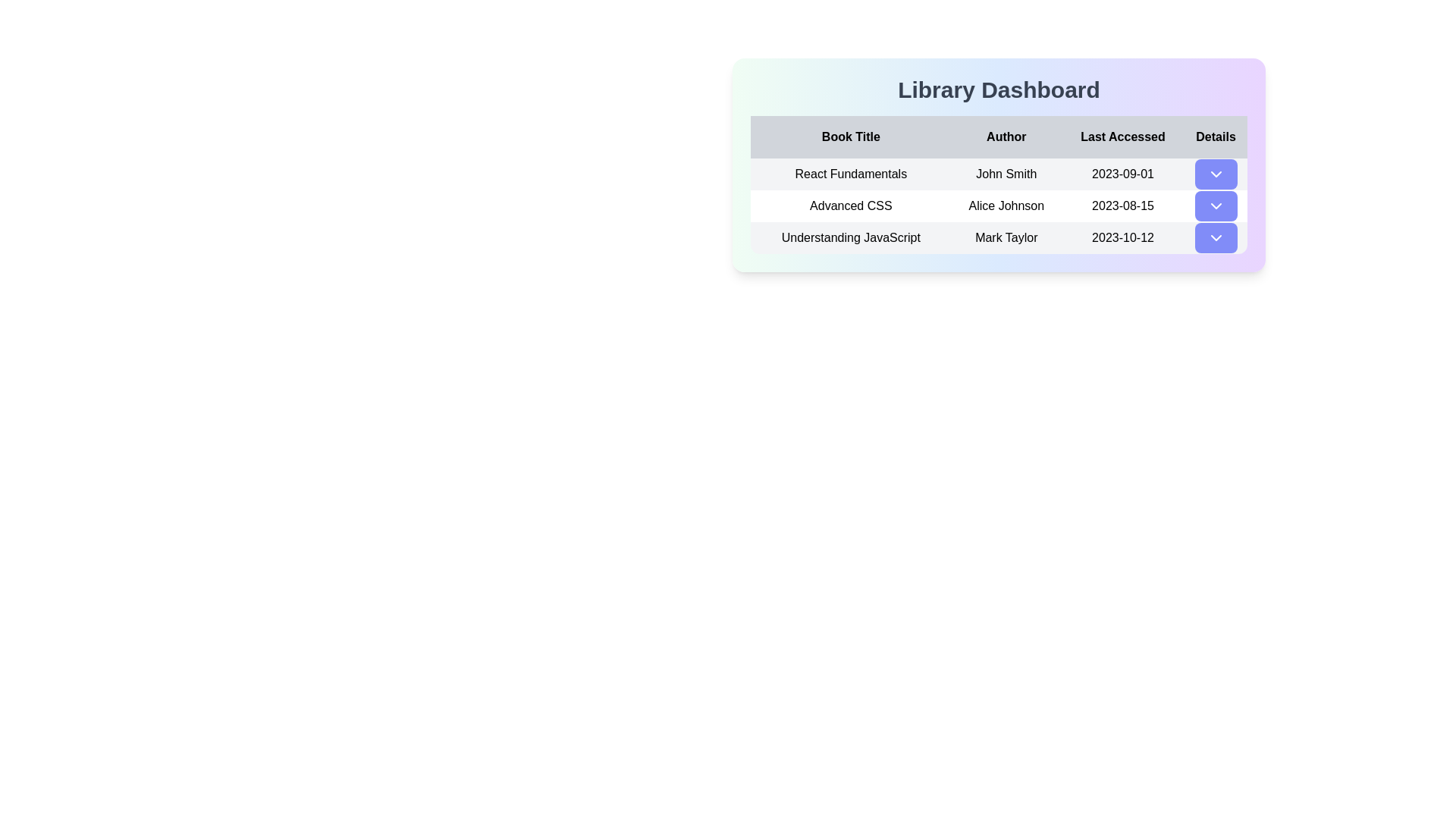 This screenshot has width=1456, height=819. I want to click on the blue button with rounded corners containing a downward-facing chevron icon, located in the 'Details' column of the third row of the table, aligned with the book title 'Understanding JavaScript', the author 'Mark Taylor', and the last accessed date '2023-10-12', so click(1216, 237).